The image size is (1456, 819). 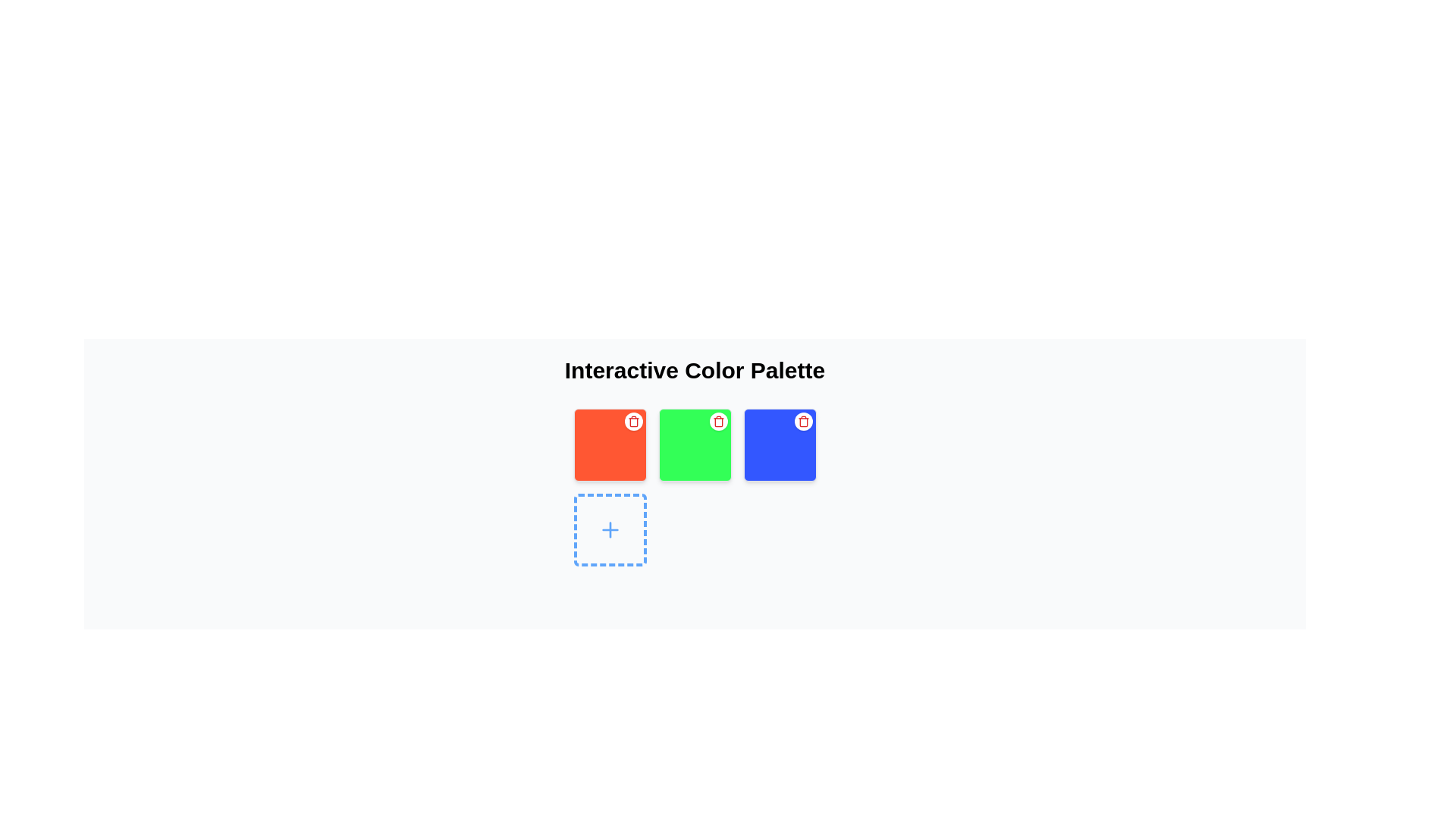 What do you see at coordinates (610, 529) in the screenshot?
I see `the interactive button for adding a new item in the bottom-left position of the grid layout` at bounding box center [610, 529].